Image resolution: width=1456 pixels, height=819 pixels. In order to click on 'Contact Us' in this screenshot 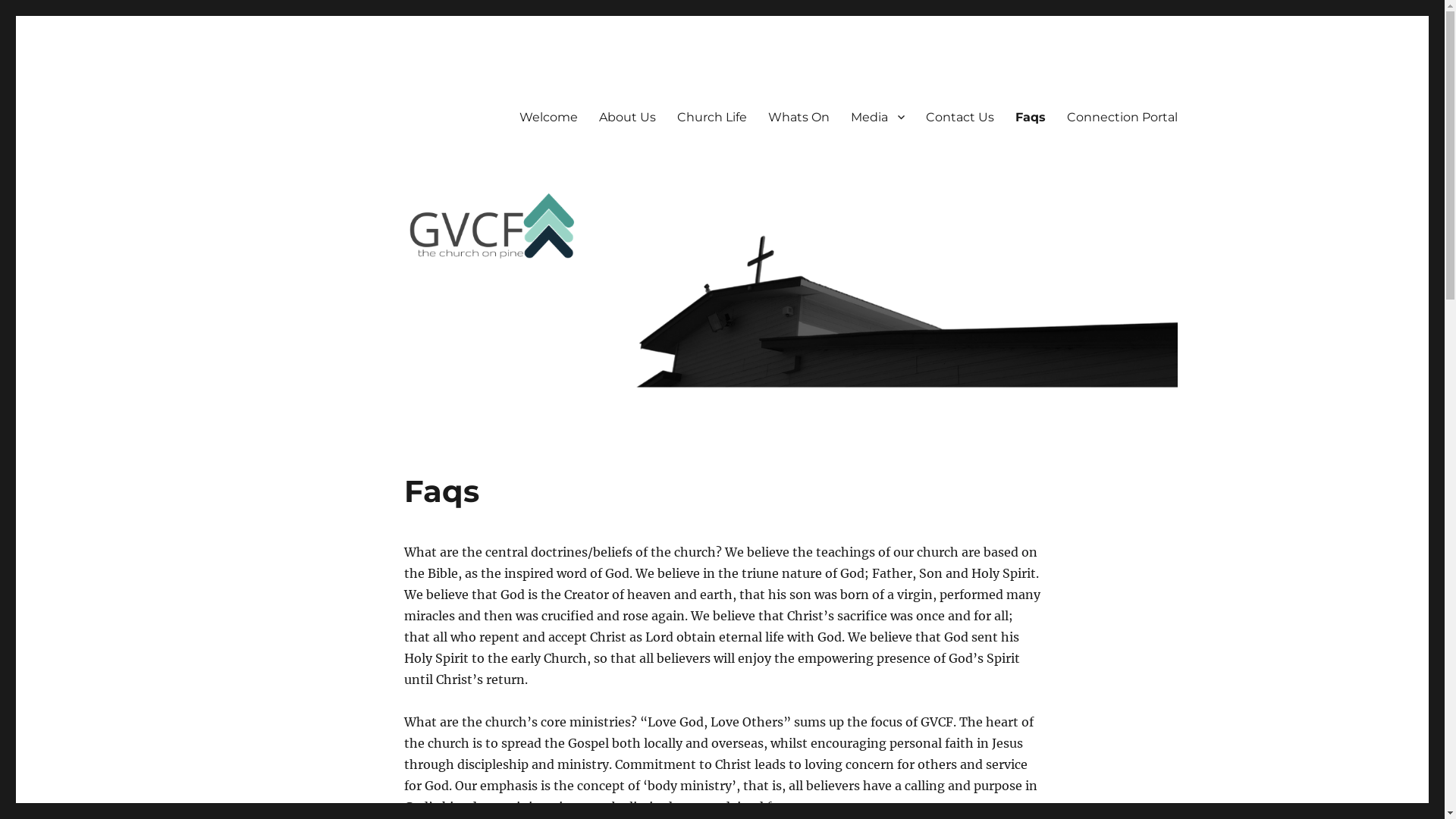, I will do `click(913, 116)`.